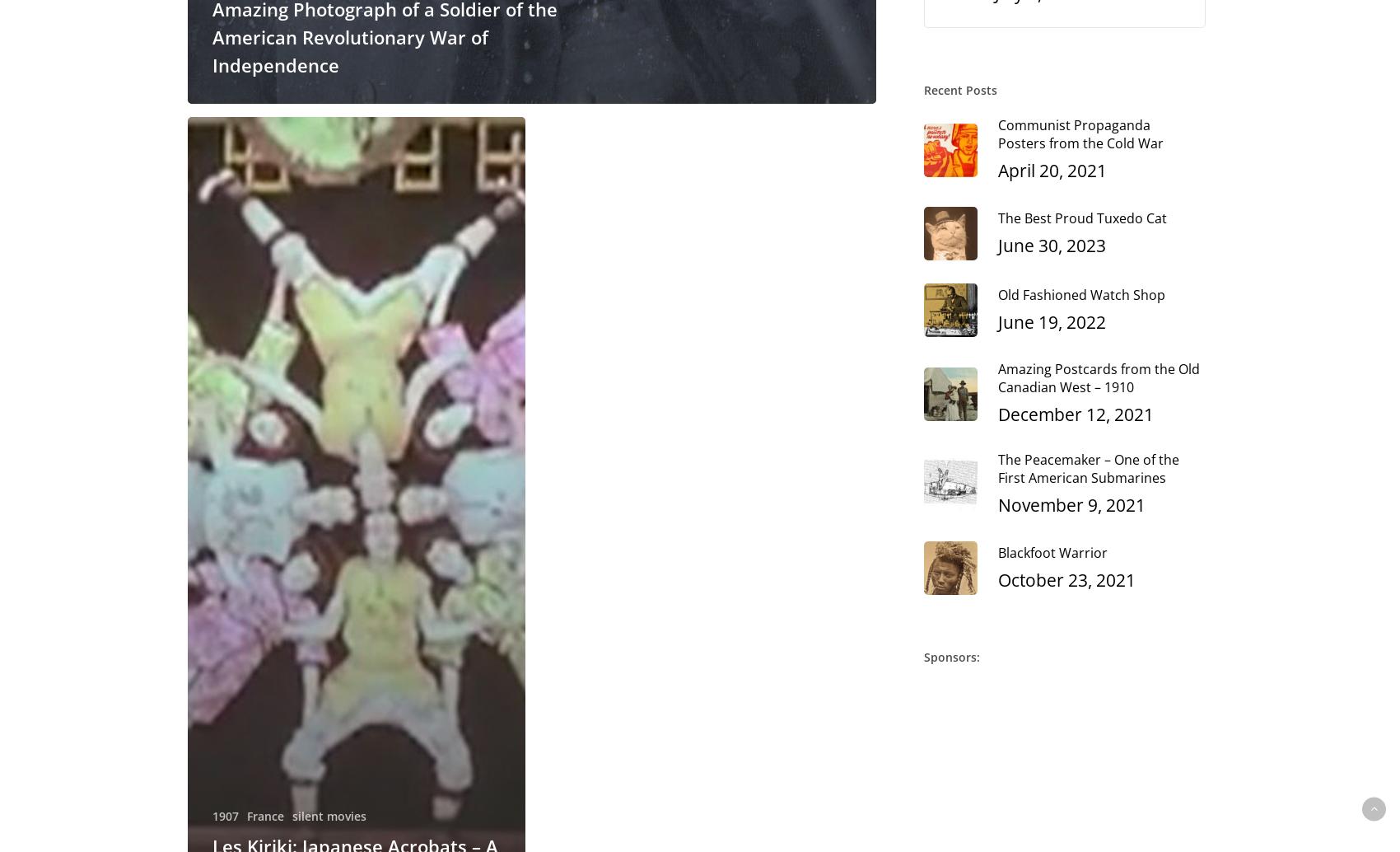 Image resolution: width=1400 pixels, height=852 pixels. What do you see at coordinates (1052, 243) in the screenshot?
I see `'June 30, 2023'` at bounding box center [1052, 243].